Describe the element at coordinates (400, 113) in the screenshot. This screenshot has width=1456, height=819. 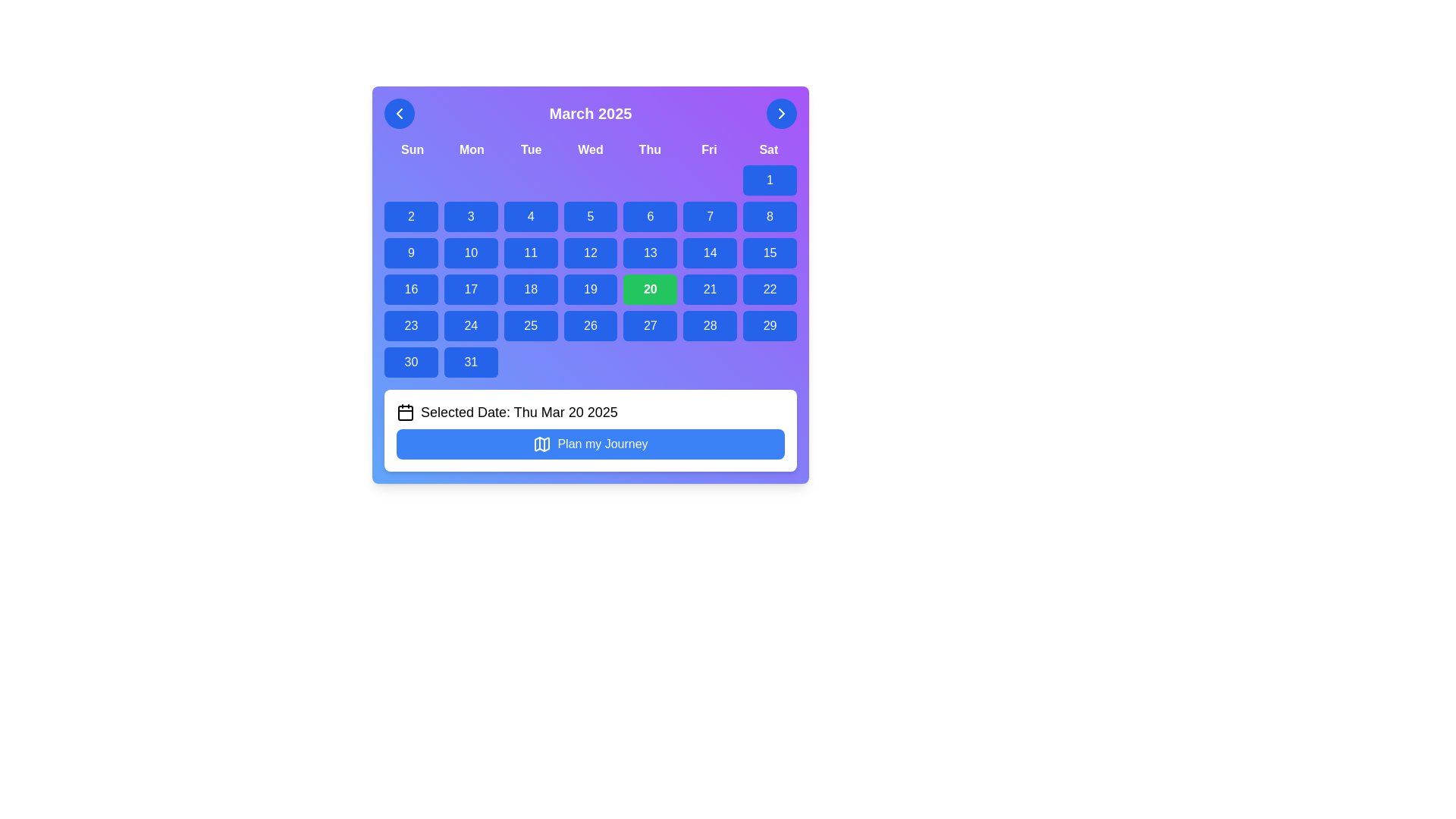
I see `the left-facing chevron icon button in the upper-left corner of the calendar view` at that location.